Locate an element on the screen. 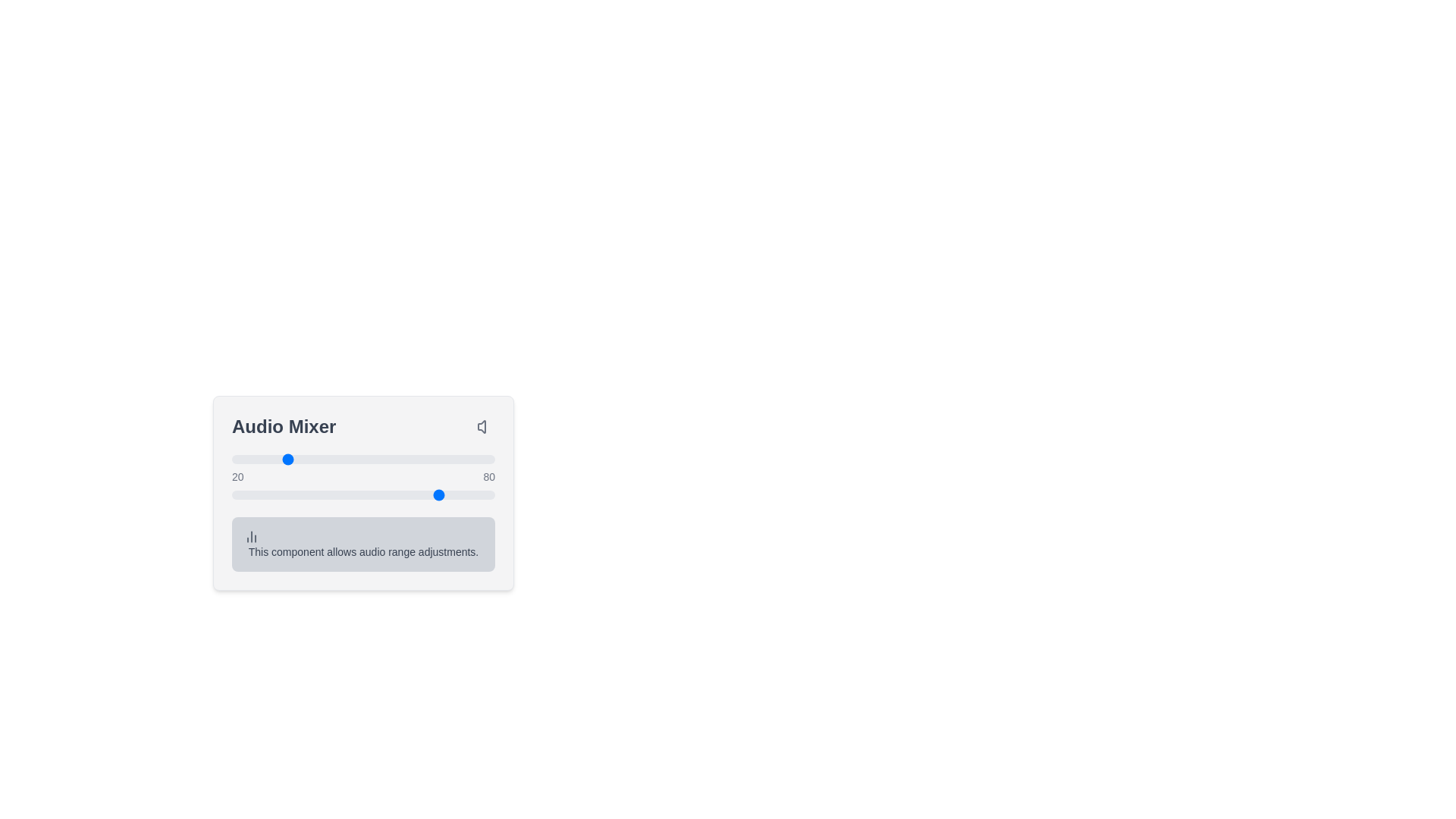  the label displaying the range values for the slider in the 'Audio Mixer' component, located directly below the slider bar and between the text nodes '20' and '80' is located at coordinates (362, 475).